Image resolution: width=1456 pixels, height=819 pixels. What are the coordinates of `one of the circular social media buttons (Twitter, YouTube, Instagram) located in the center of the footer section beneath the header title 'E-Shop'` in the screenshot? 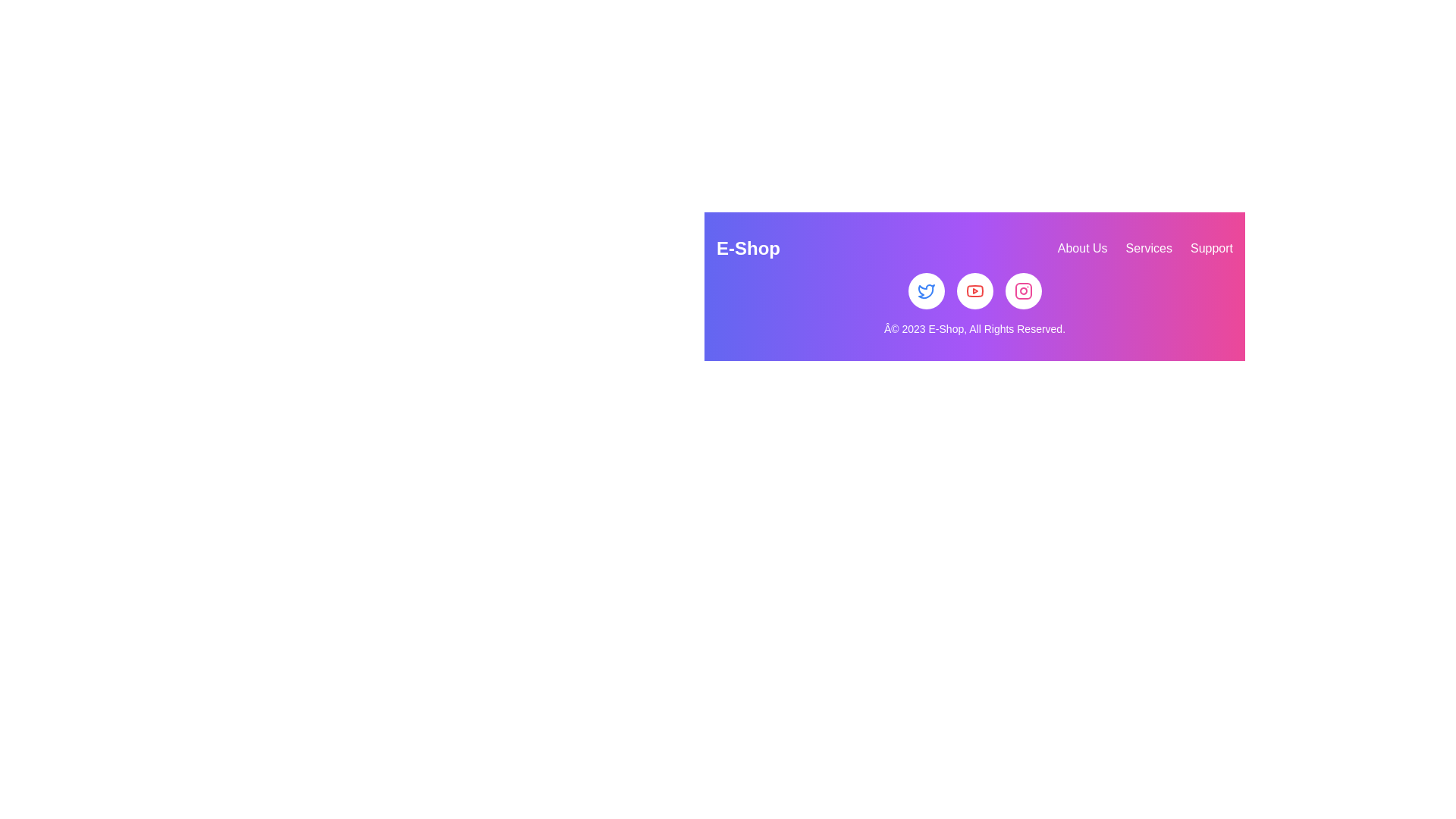 It's located at (974, 291).